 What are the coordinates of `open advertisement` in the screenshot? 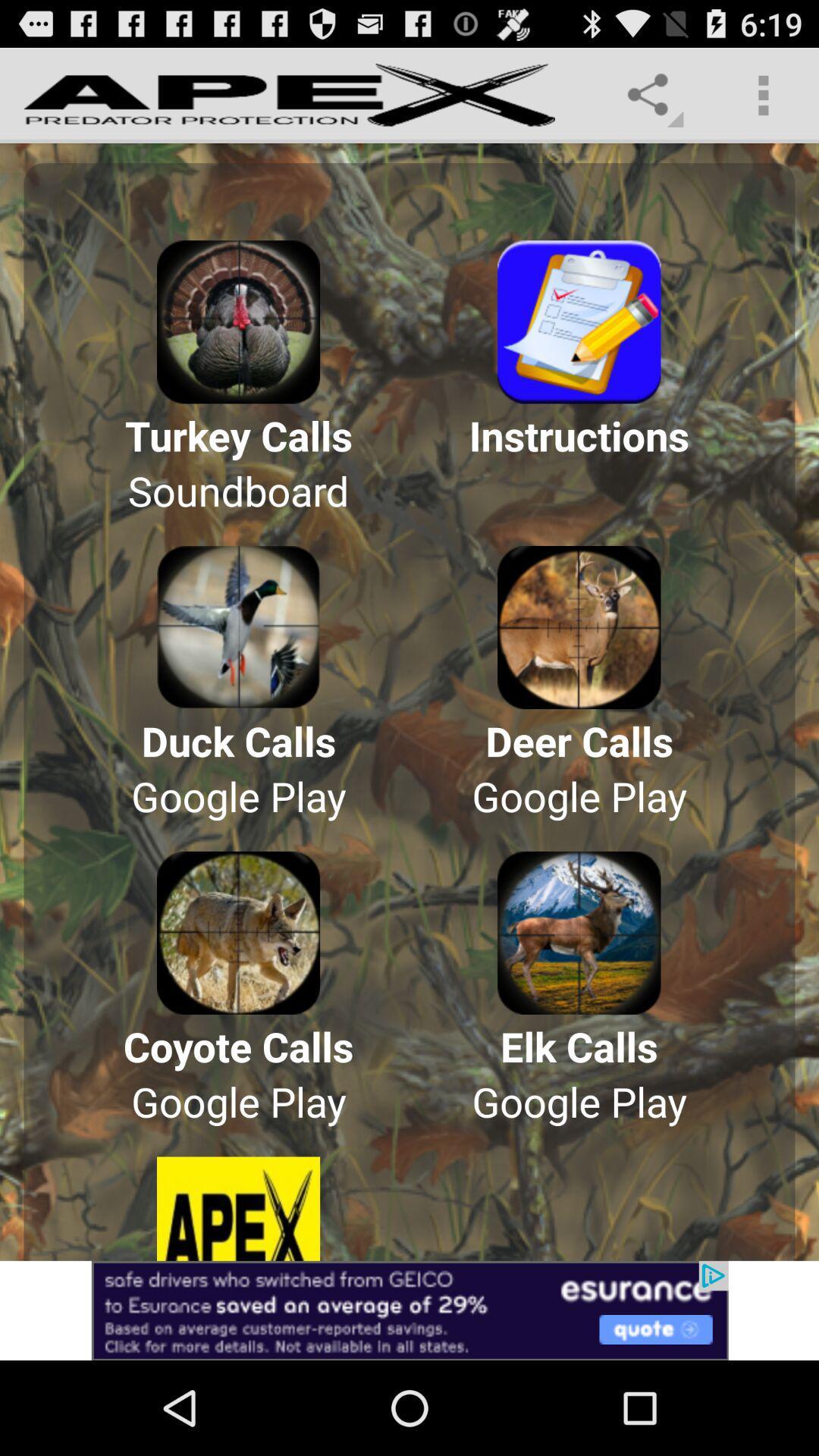 It's located at (409, 1310).